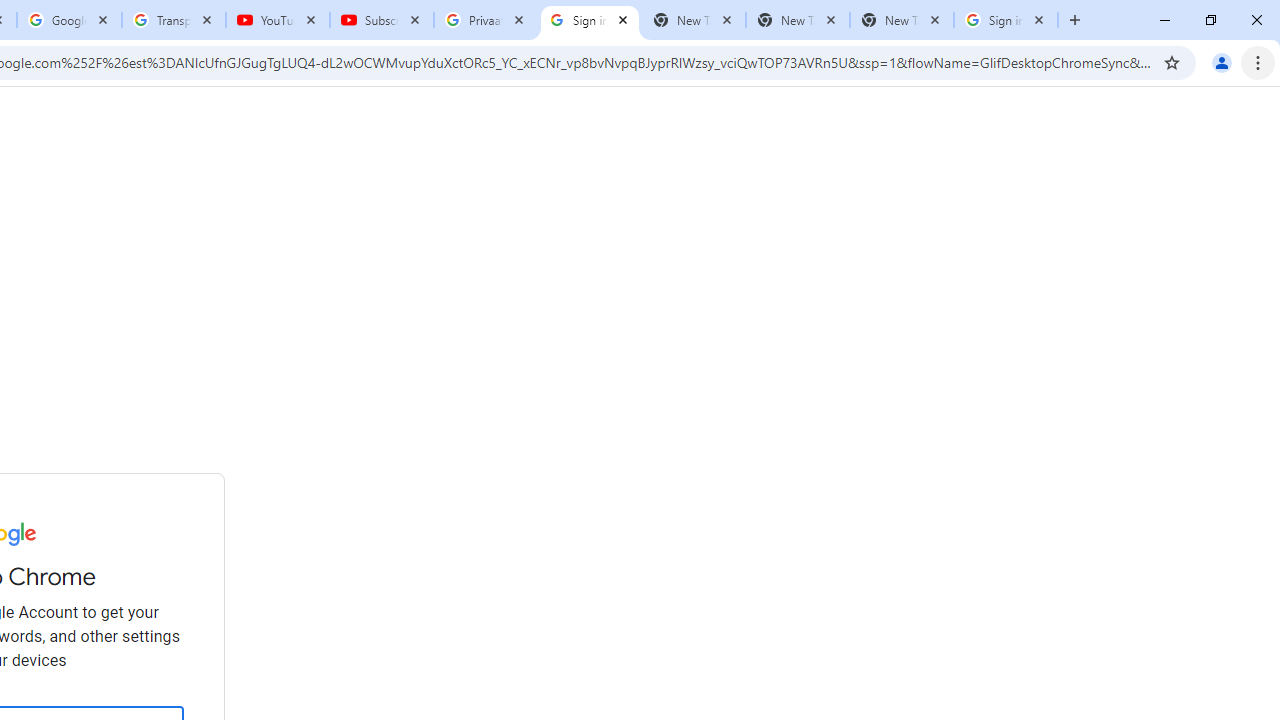 Image resolution: width=1280 pixels, height=720 pixels. I want to click on 'YouTube', so click(277, 20).